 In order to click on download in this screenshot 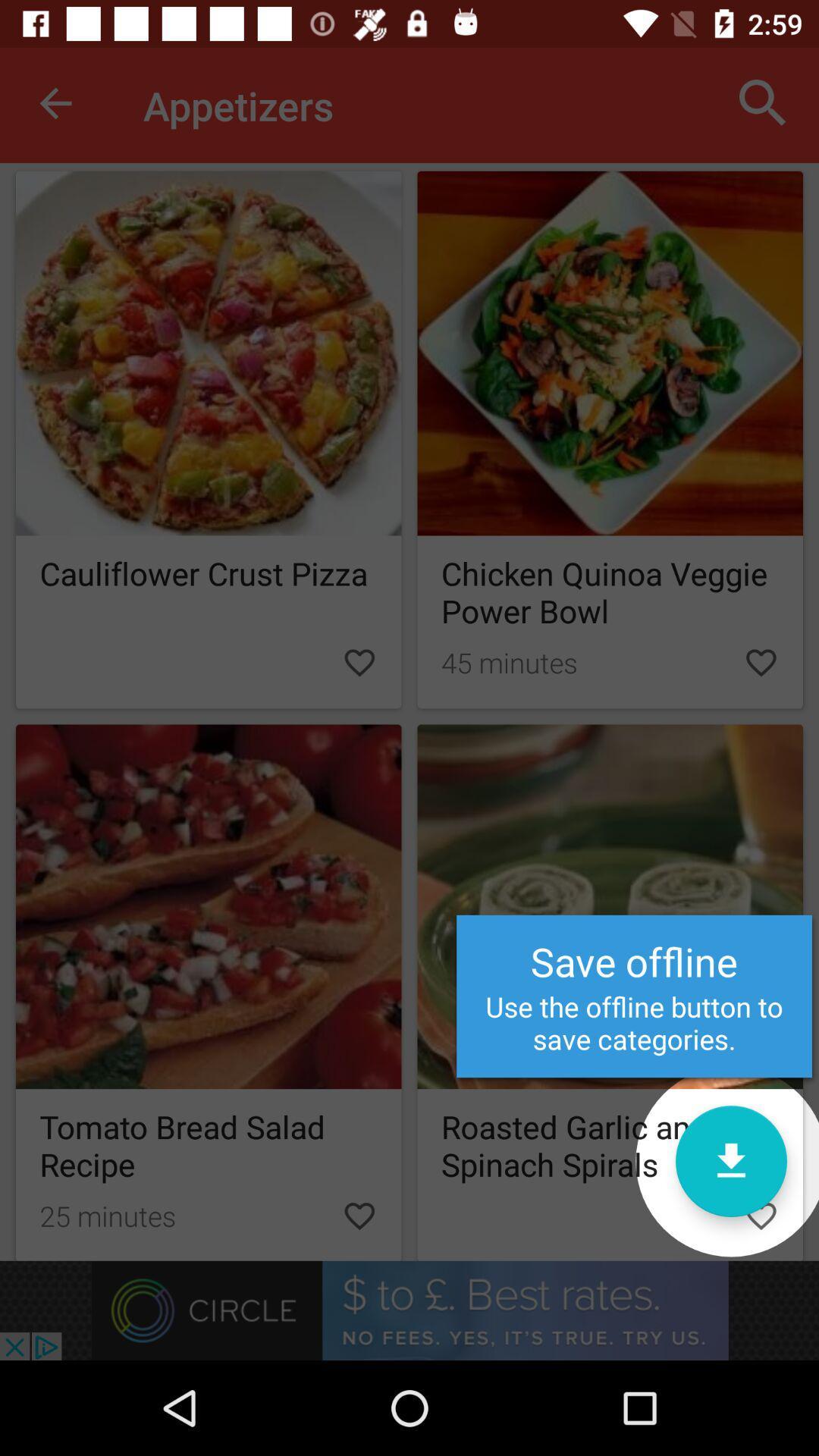, I will do `click(730, 1160)`.